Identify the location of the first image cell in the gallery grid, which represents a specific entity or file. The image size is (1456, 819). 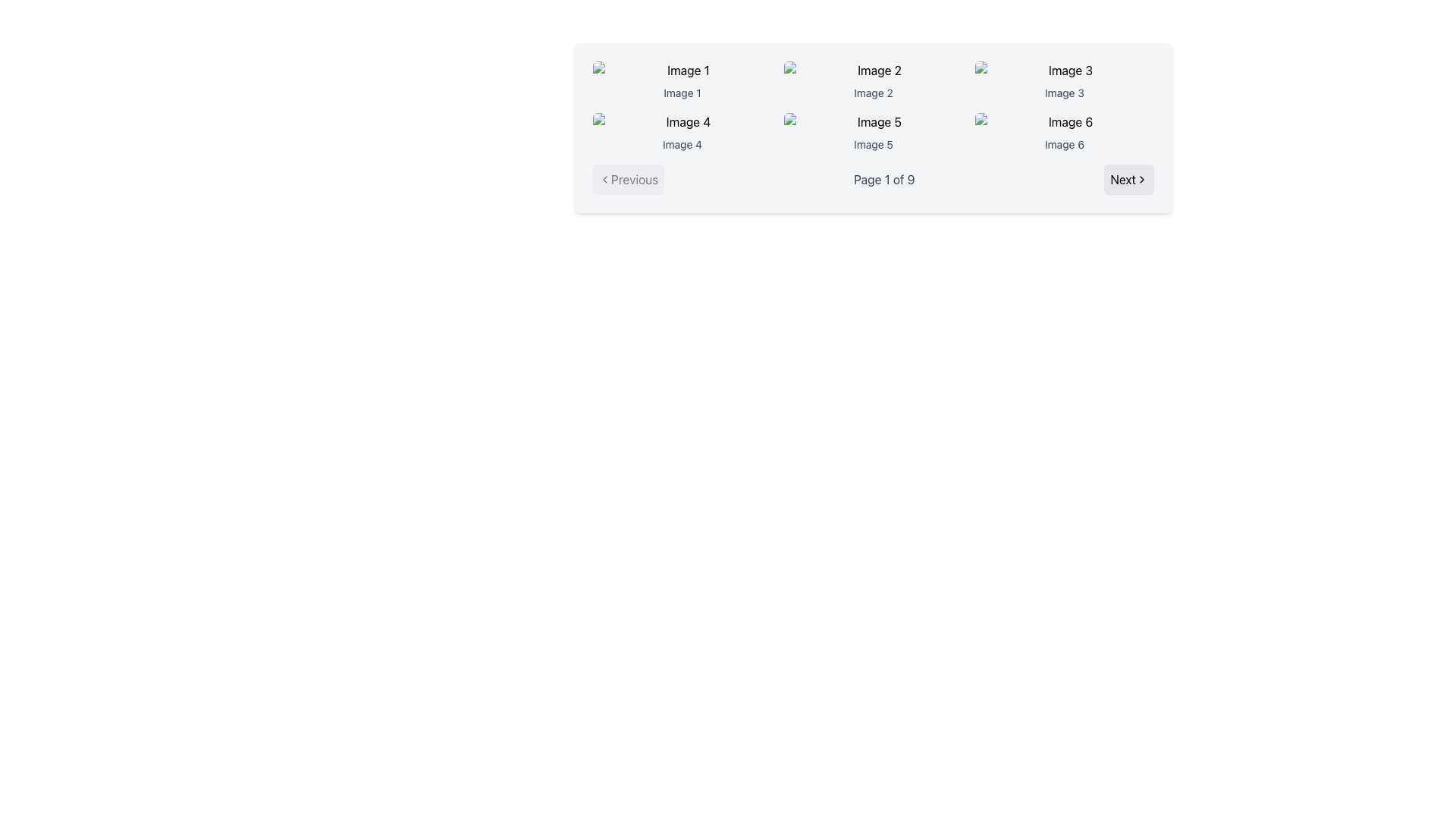
(682, 81).